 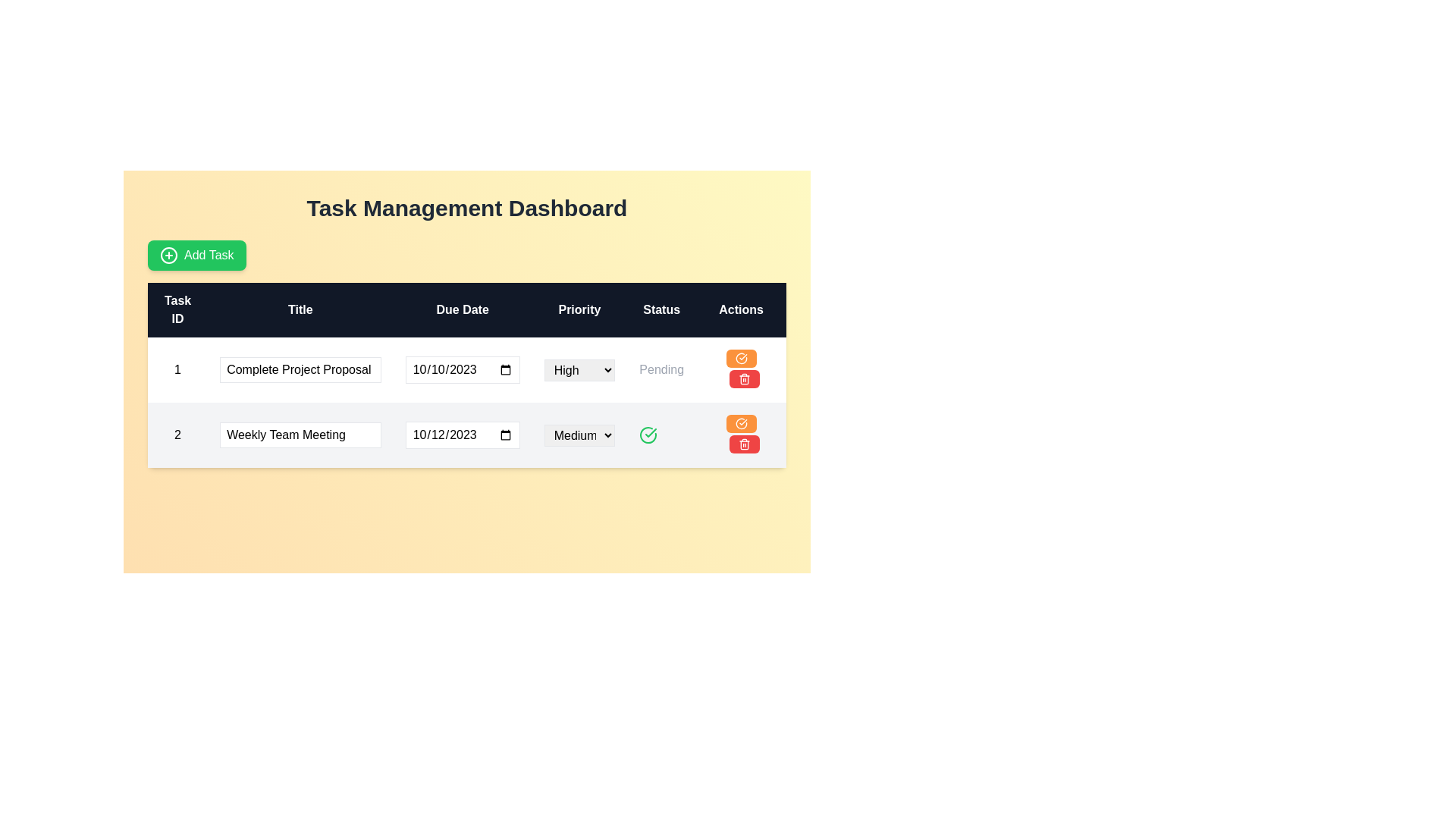 What do you see at coordinates (177, 435) in the screenshot?
I see `the Text label in the second row under the 'Task ID' column` at bounding box center [177, 435].